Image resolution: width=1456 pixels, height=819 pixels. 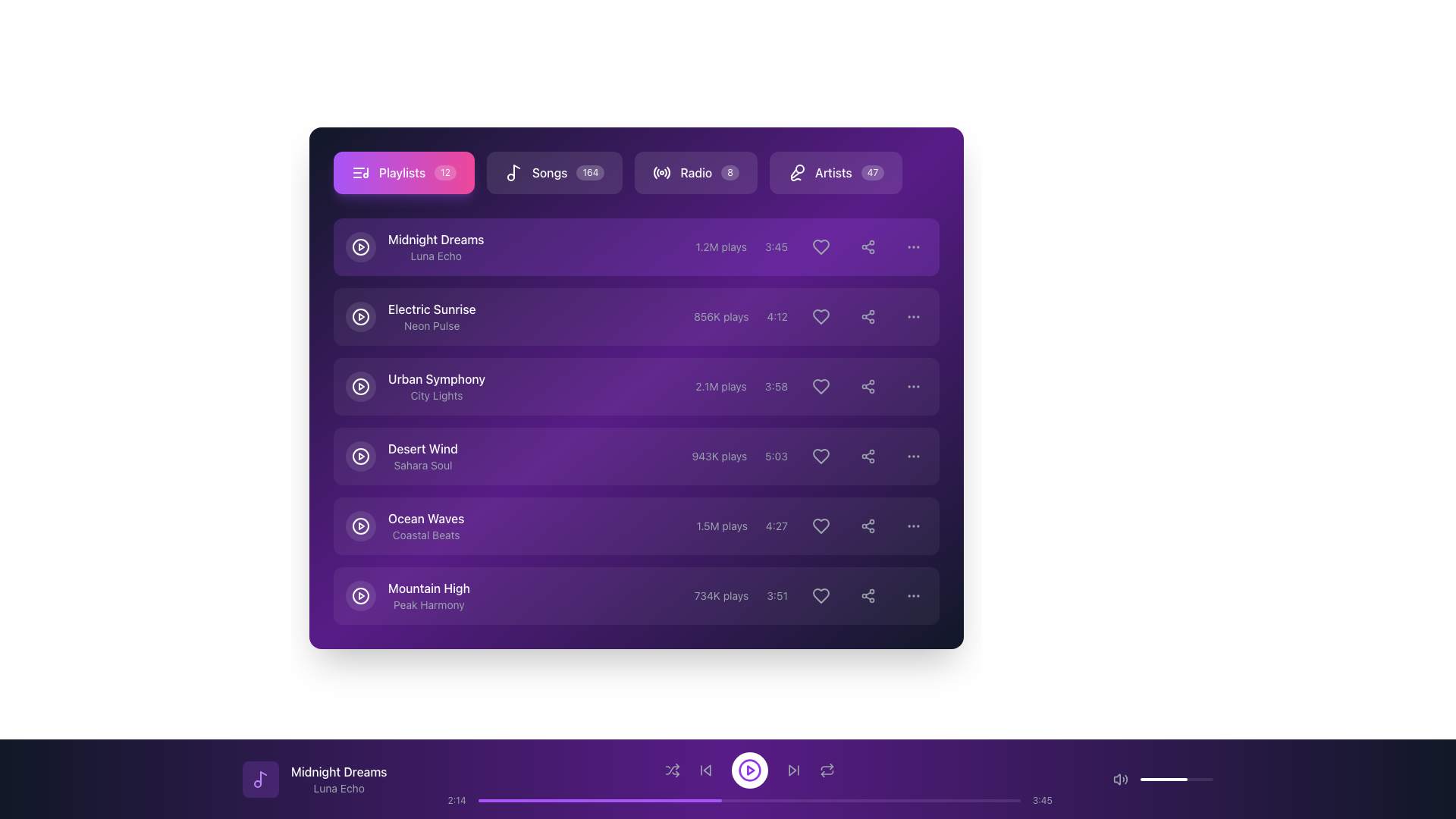 I want to click on the text label that reads 'Mountain High' and 'Peak Harmony' located in the fifth row of a list layout, so click(x=428, y=595).